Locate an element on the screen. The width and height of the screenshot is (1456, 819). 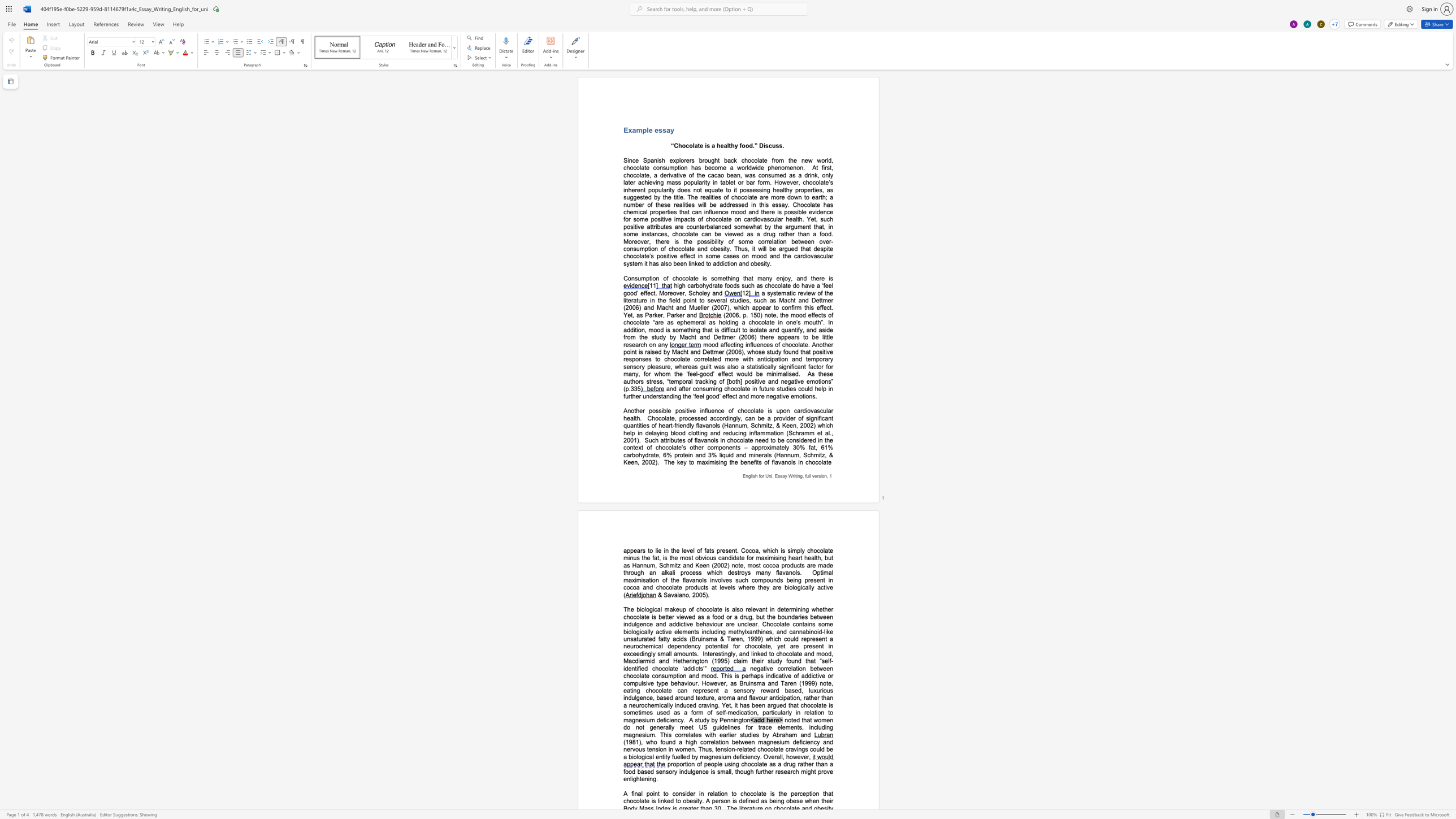
the space between the continuous character "t" and "e" in the text is located at coordinates (760, 410).